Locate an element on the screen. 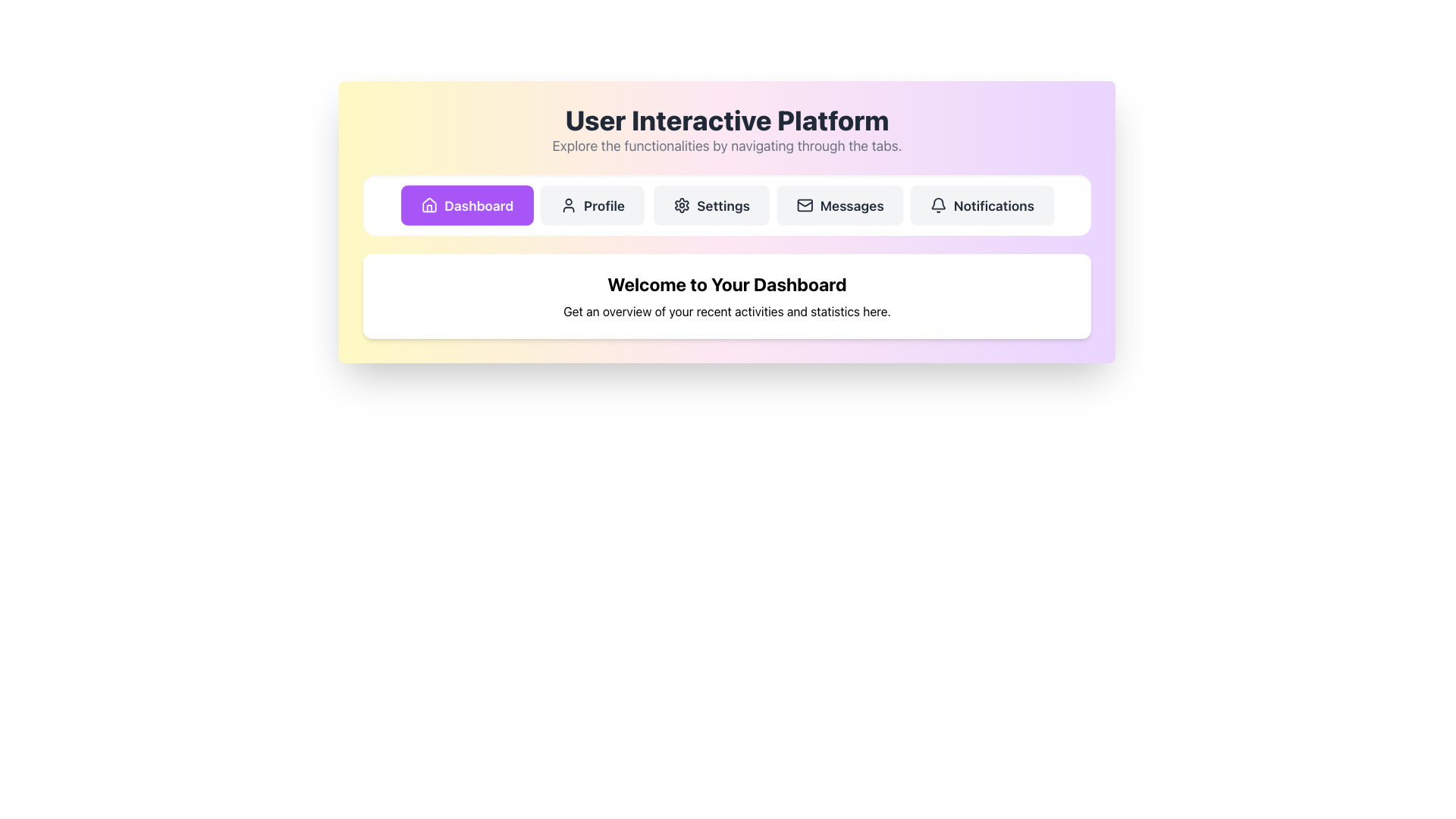 The width and height of the screenshot is (1456, 819). the user profile icon located to the left of the 'Profile' text in the button is located at coordinates (568, 205).